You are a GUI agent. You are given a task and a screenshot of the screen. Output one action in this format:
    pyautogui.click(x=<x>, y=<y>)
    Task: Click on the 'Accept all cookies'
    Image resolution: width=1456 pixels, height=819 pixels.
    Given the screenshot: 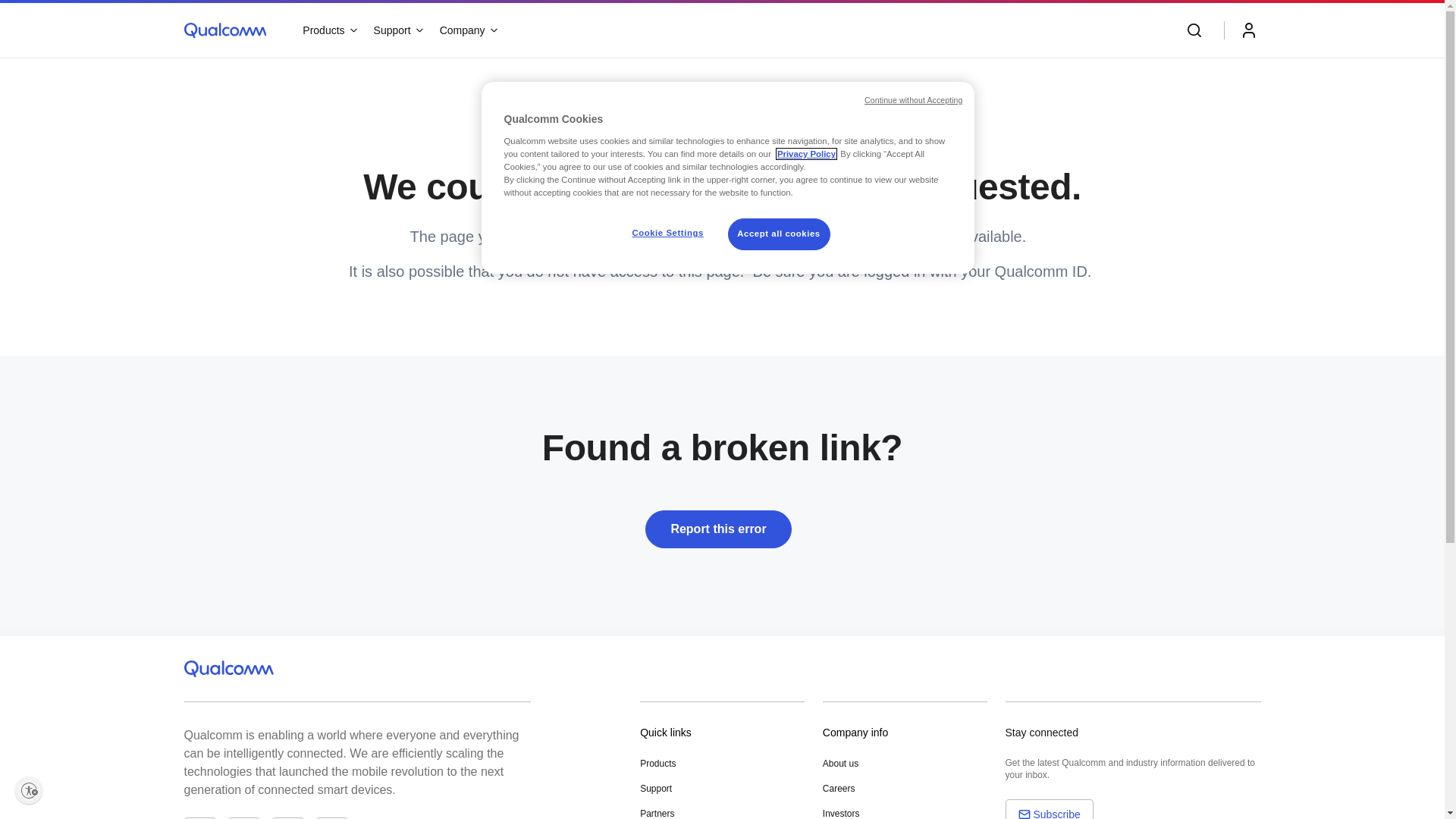 What is the action you would take?
    pyautogui.click(x=779, y=234)
    